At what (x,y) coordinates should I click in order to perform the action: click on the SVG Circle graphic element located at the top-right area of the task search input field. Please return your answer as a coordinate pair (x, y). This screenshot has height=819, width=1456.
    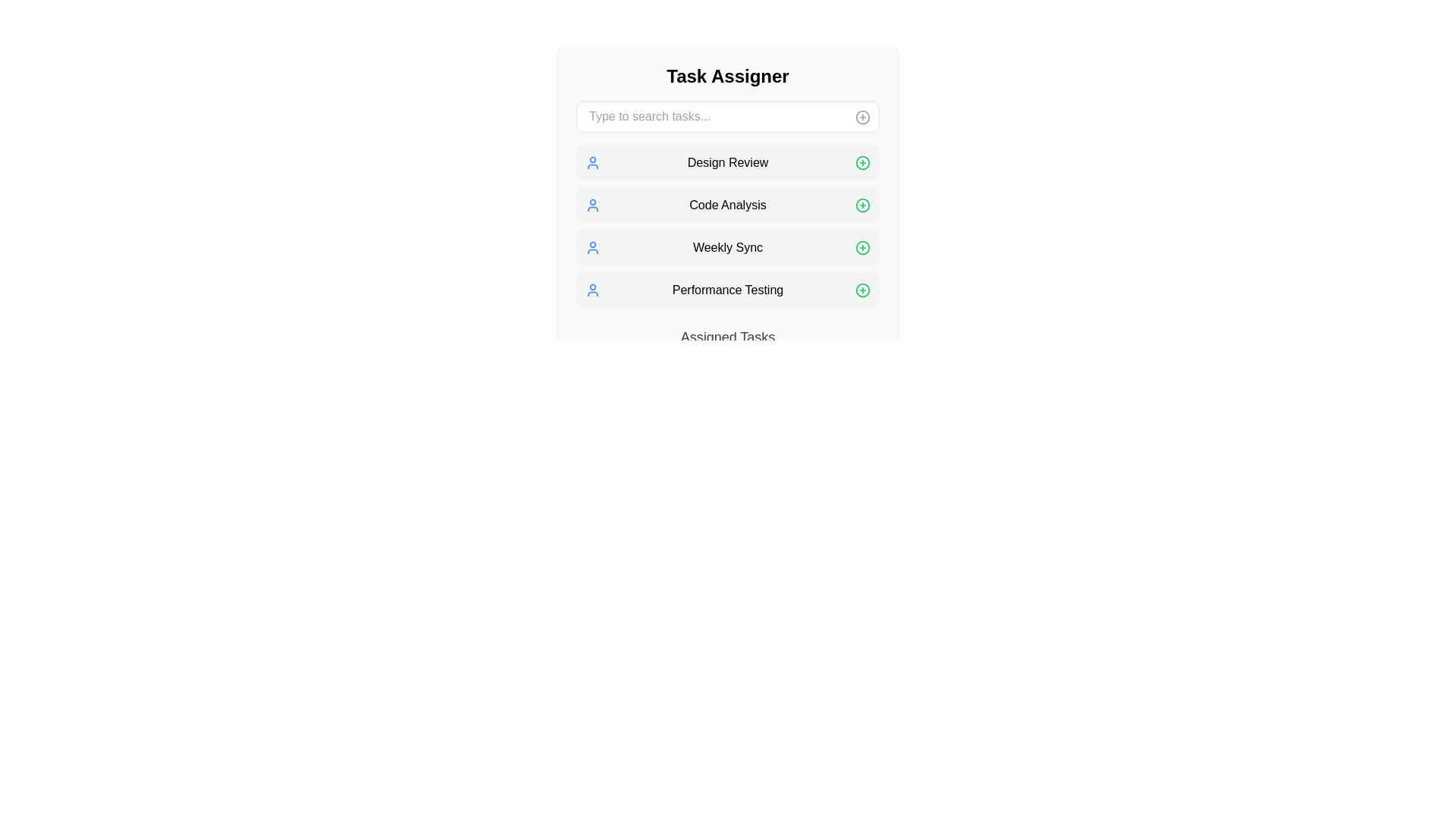
    Looking at the image, I should click on (862, 116).